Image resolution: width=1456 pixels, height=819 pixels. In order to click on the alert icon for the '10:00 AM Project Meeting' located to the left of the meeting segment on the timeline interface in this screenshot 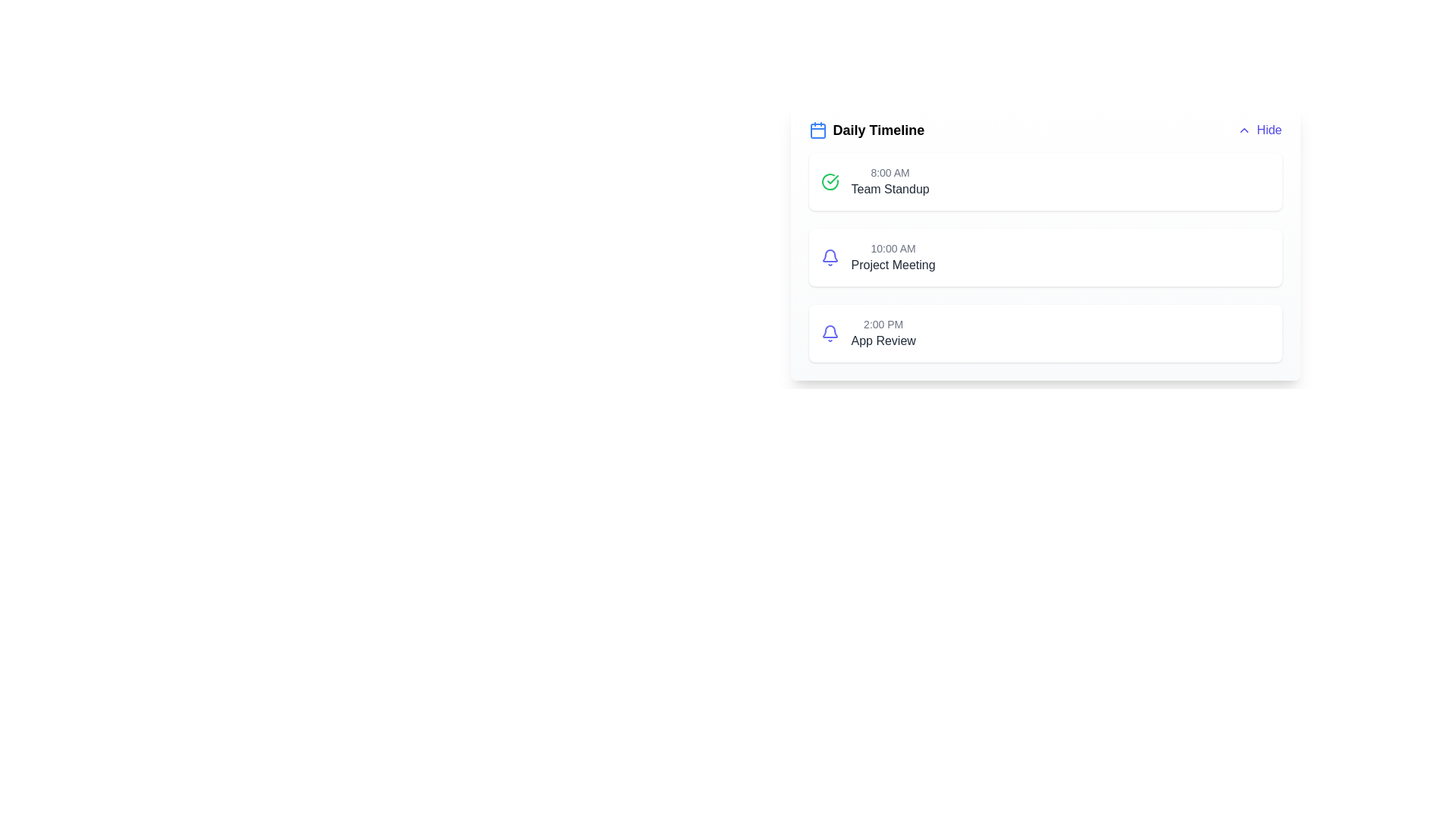, I will do `click(829, 256)`.